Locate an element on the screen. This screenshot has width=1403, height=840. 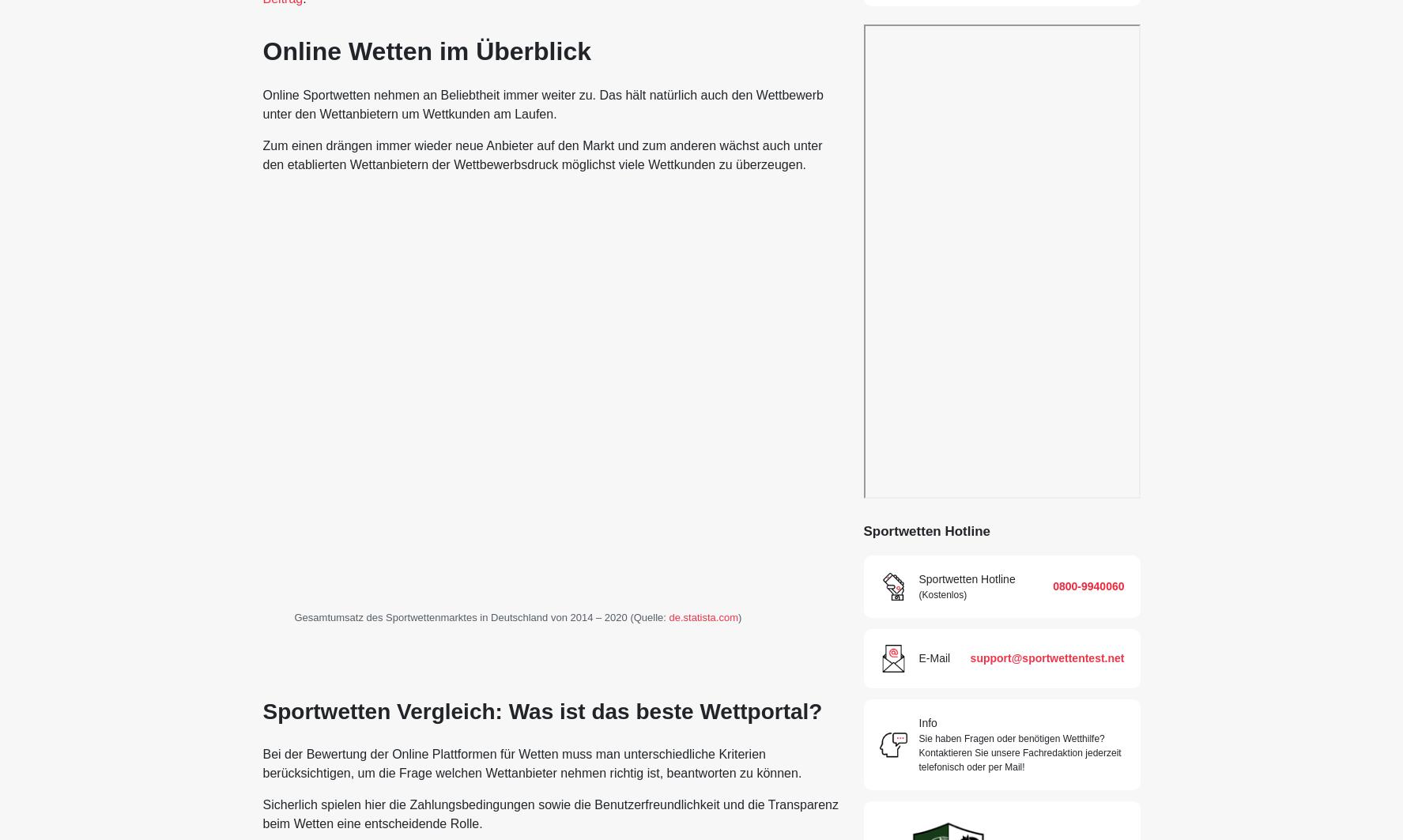
')' is located at coordinates (739, 616).